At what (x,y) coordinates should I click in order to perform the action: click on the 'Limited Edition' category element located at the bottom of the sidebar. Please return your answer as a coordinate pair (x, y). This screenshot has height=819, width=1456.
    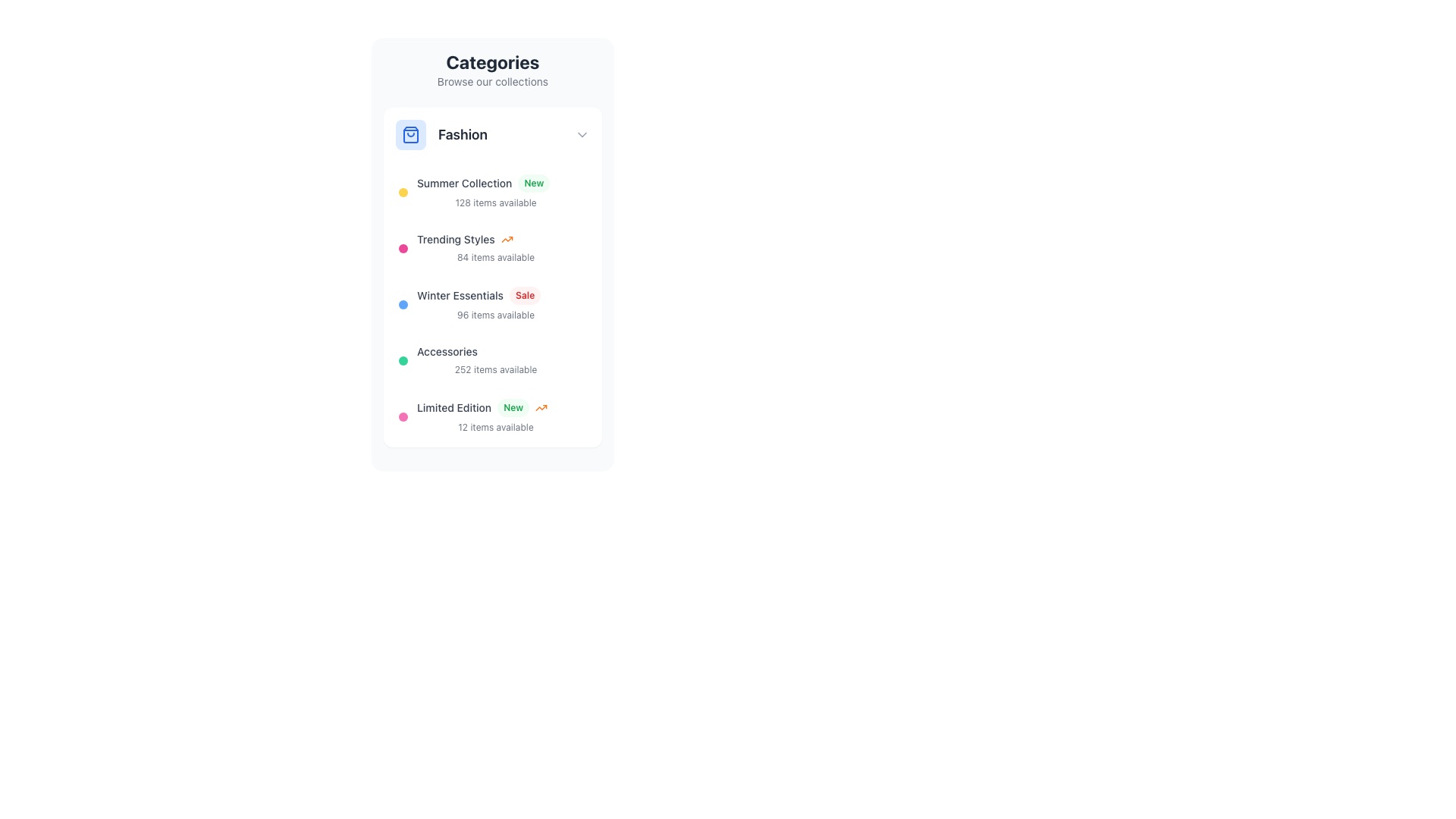
    Looking at the image, I should click on (495, 417).